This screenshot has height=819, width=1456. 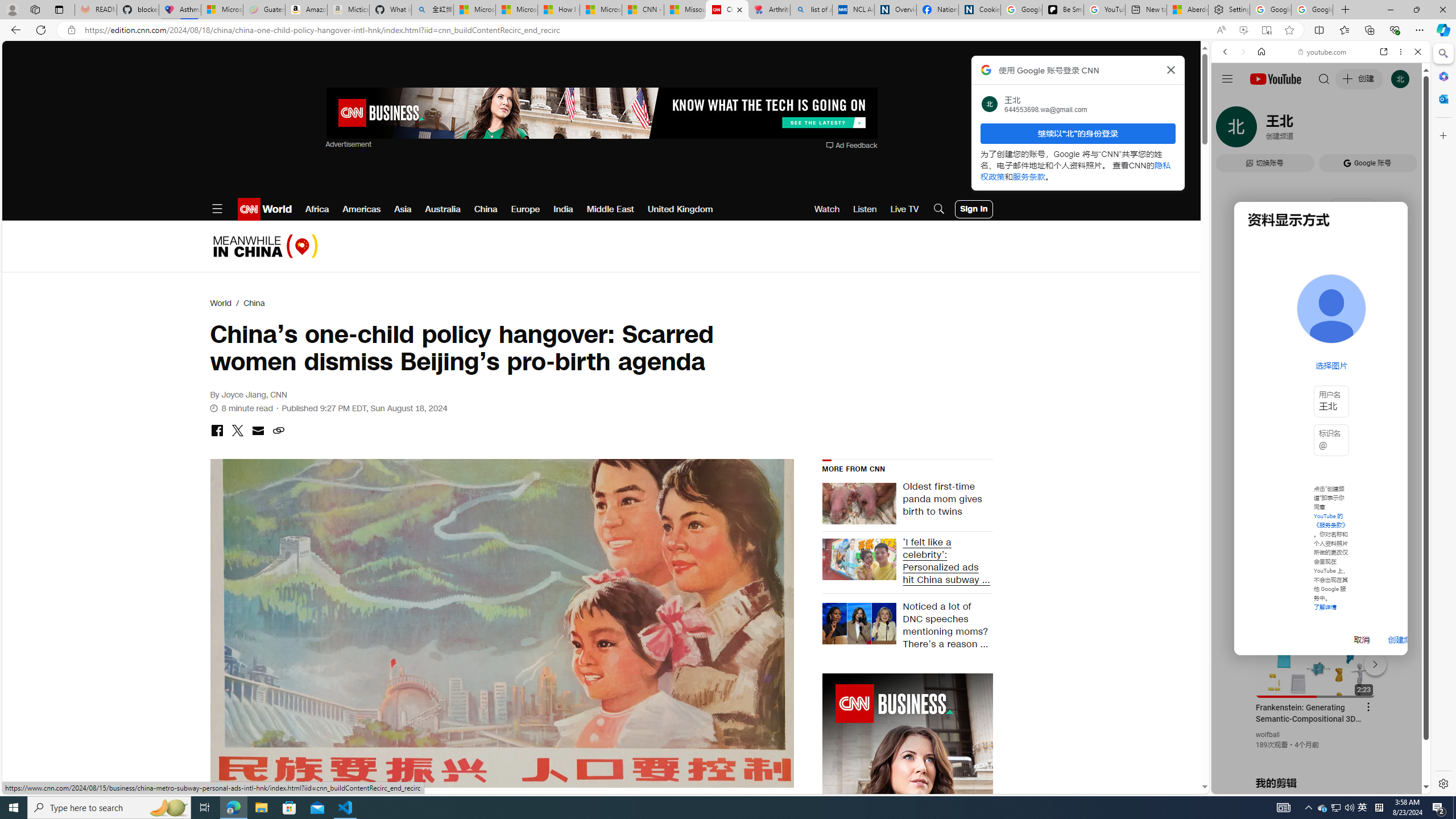 I want to click on 'list of asthma inhalers uk - Search', so click(x=810, y=9).